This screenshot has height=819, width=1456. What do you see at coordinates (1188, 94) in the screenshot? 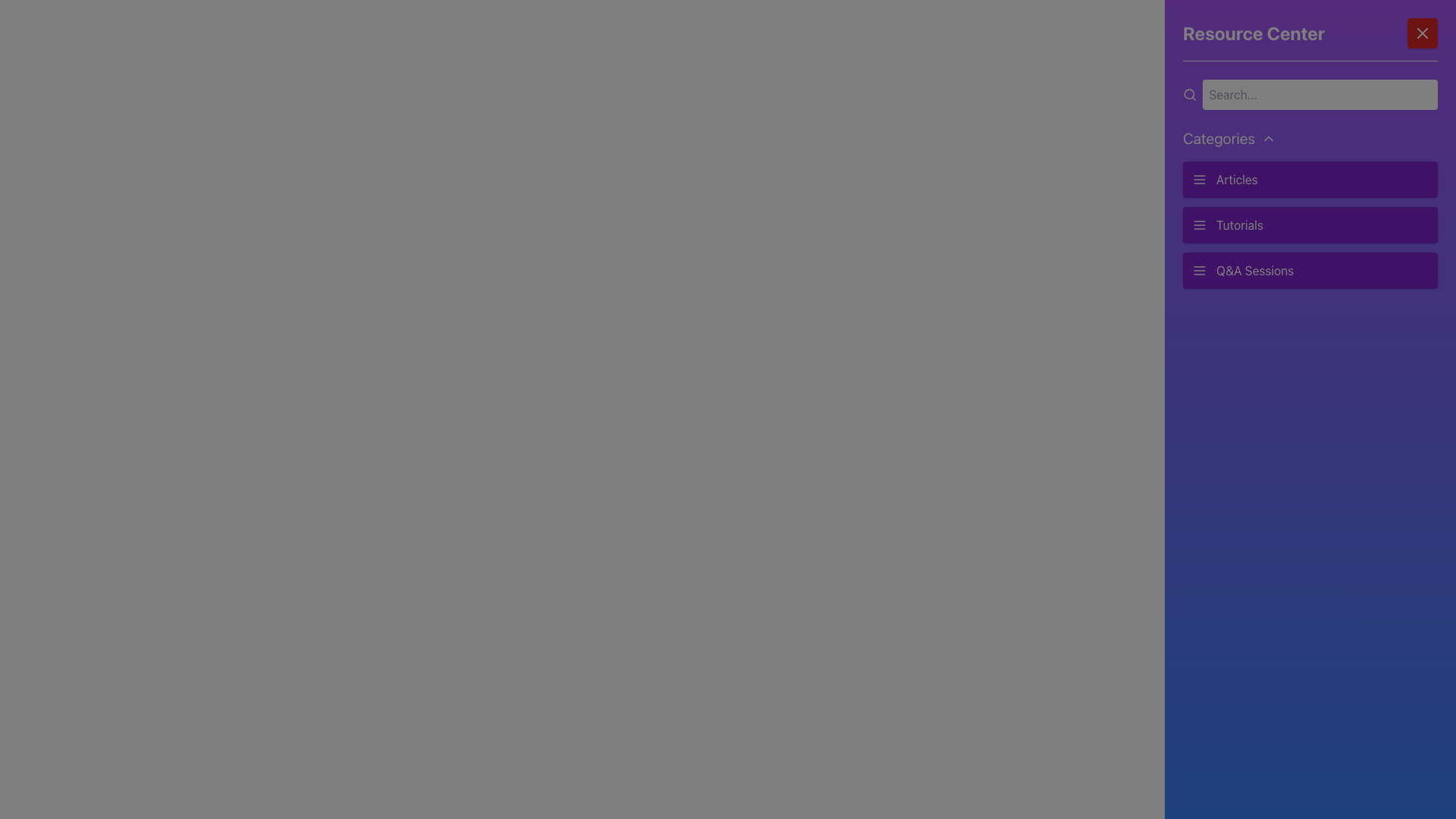
I see `the small circle icon within the SVG structure in the top-left area of the Resource Center panel, adjacent to the search input field, if it is interactive` at bounding box center [1188, 94].